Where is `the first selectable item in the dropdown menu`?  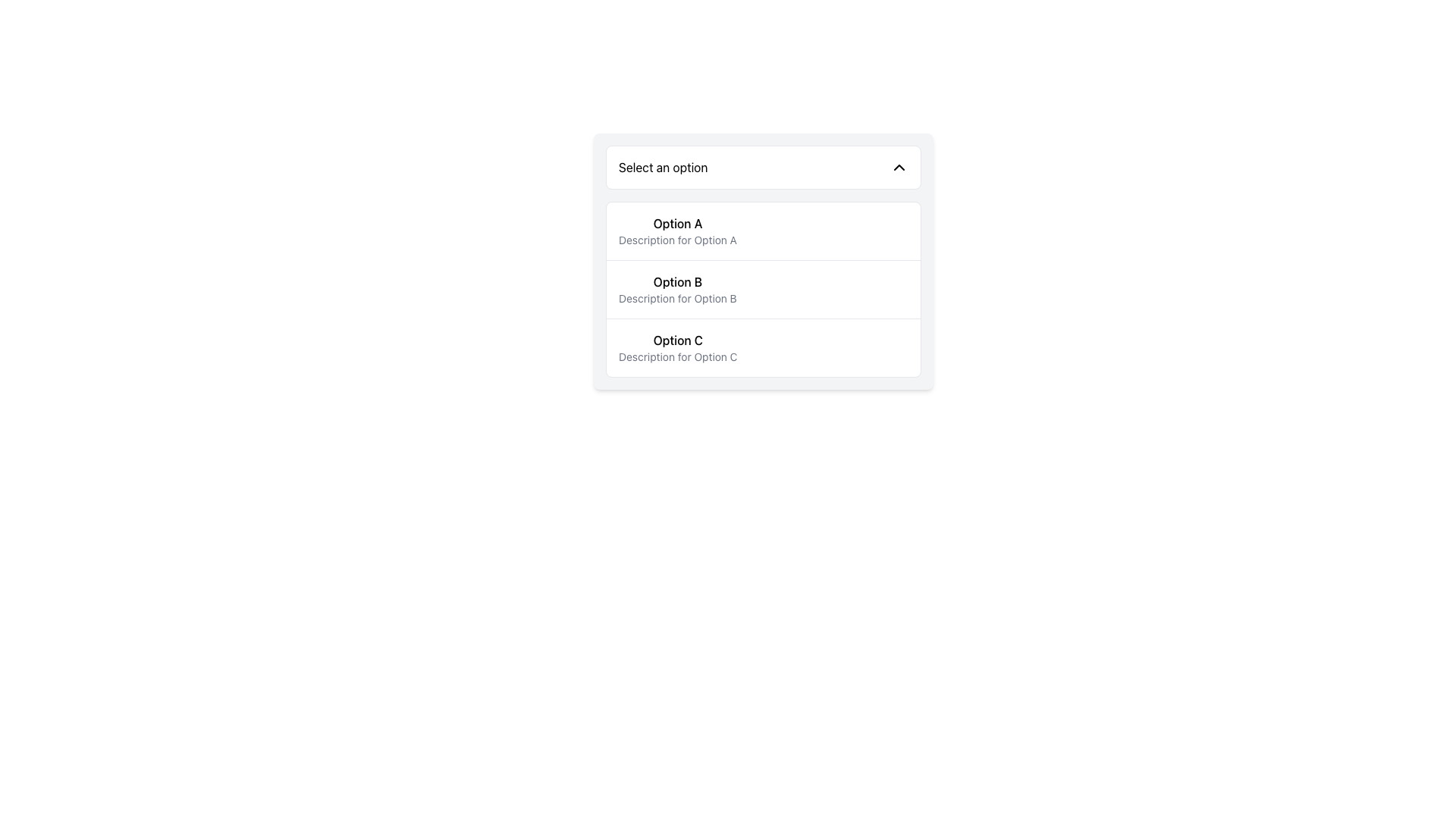 the first selectable item in the dropdown menu is located at coordinates (676, 231).